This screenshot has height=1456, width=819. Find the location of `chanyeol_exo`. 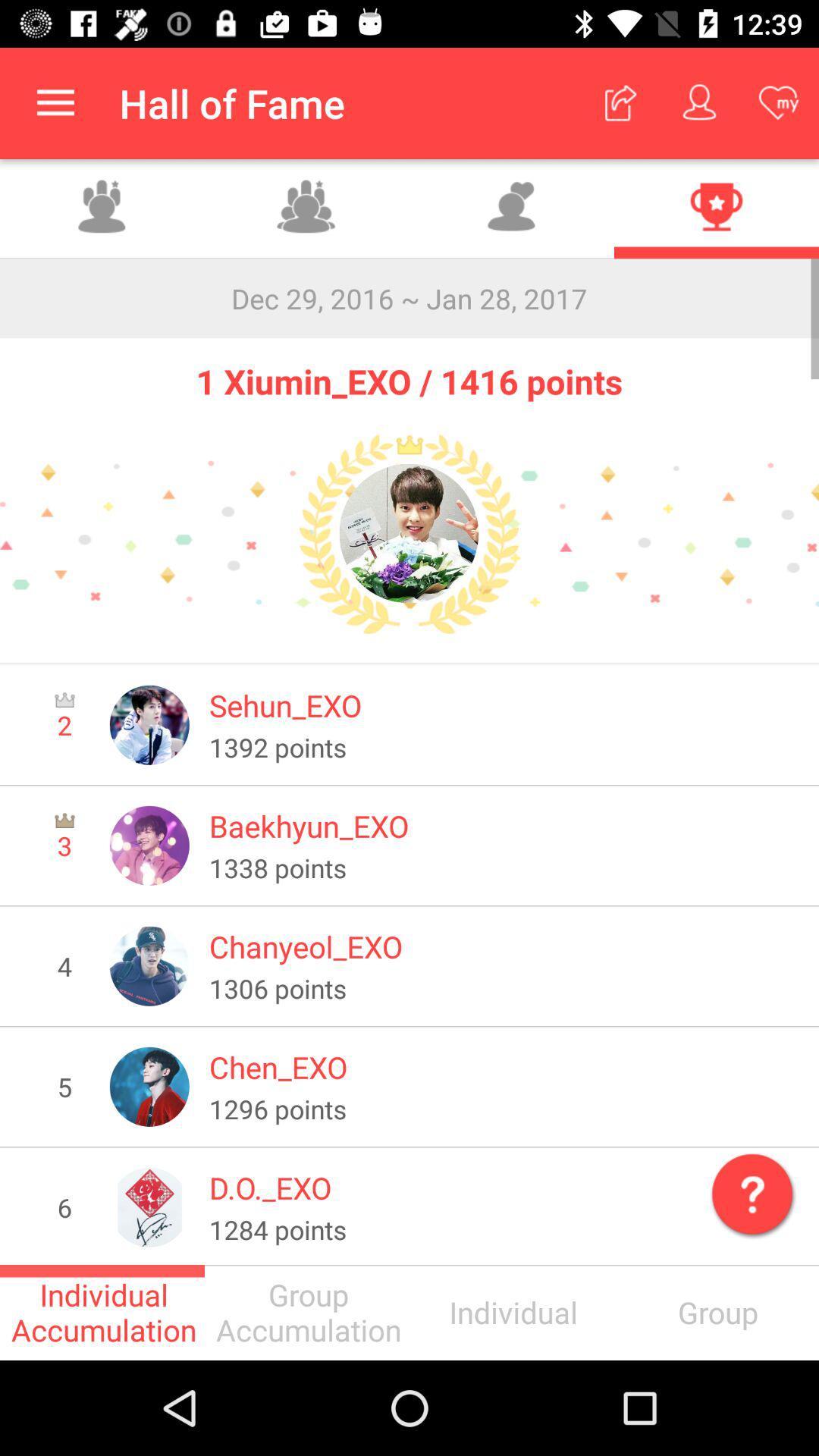

chanyeol_exo is located at coordinates (504, 946).